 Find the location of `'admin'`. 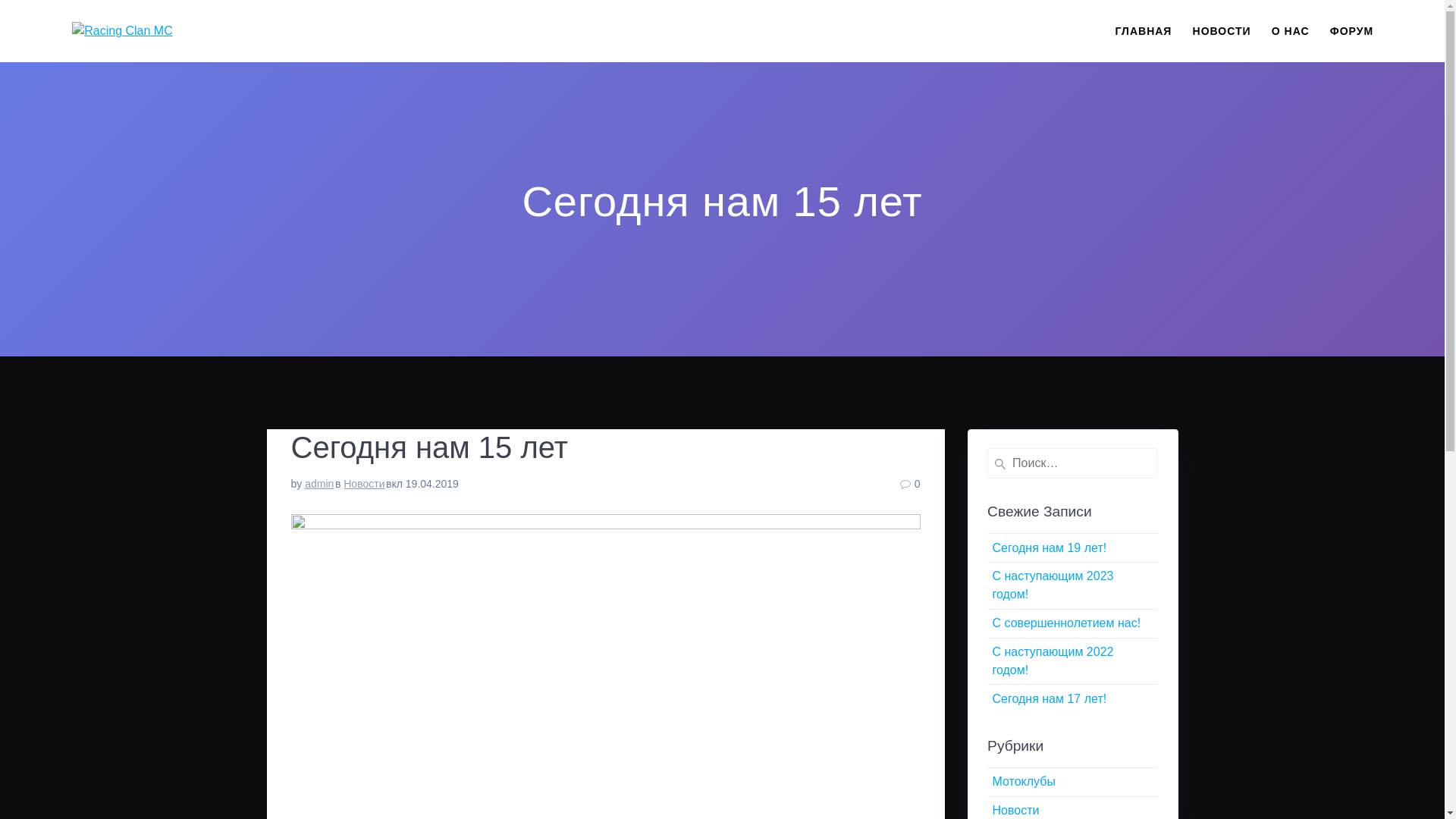

'admin' is located at coordinates (318, 483).